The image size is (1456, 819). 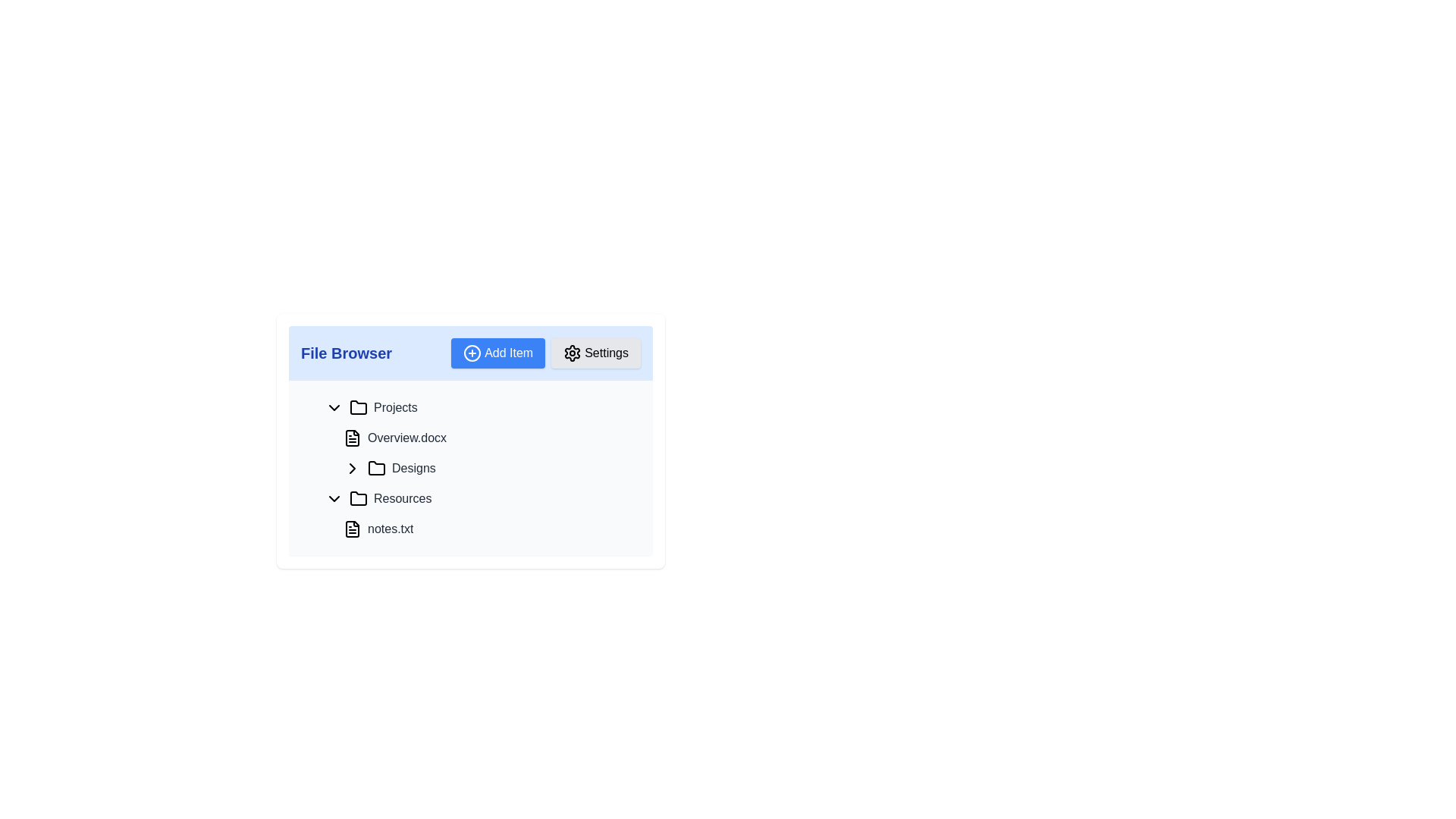 What do you see at coordinates (358, 498) in the screenshot?
I see `the folder icon in the 'Resources' section of the file browser, which has a minimalistic design and is located next to the 'notes.txt' entry` at bounding box center [358, 498].